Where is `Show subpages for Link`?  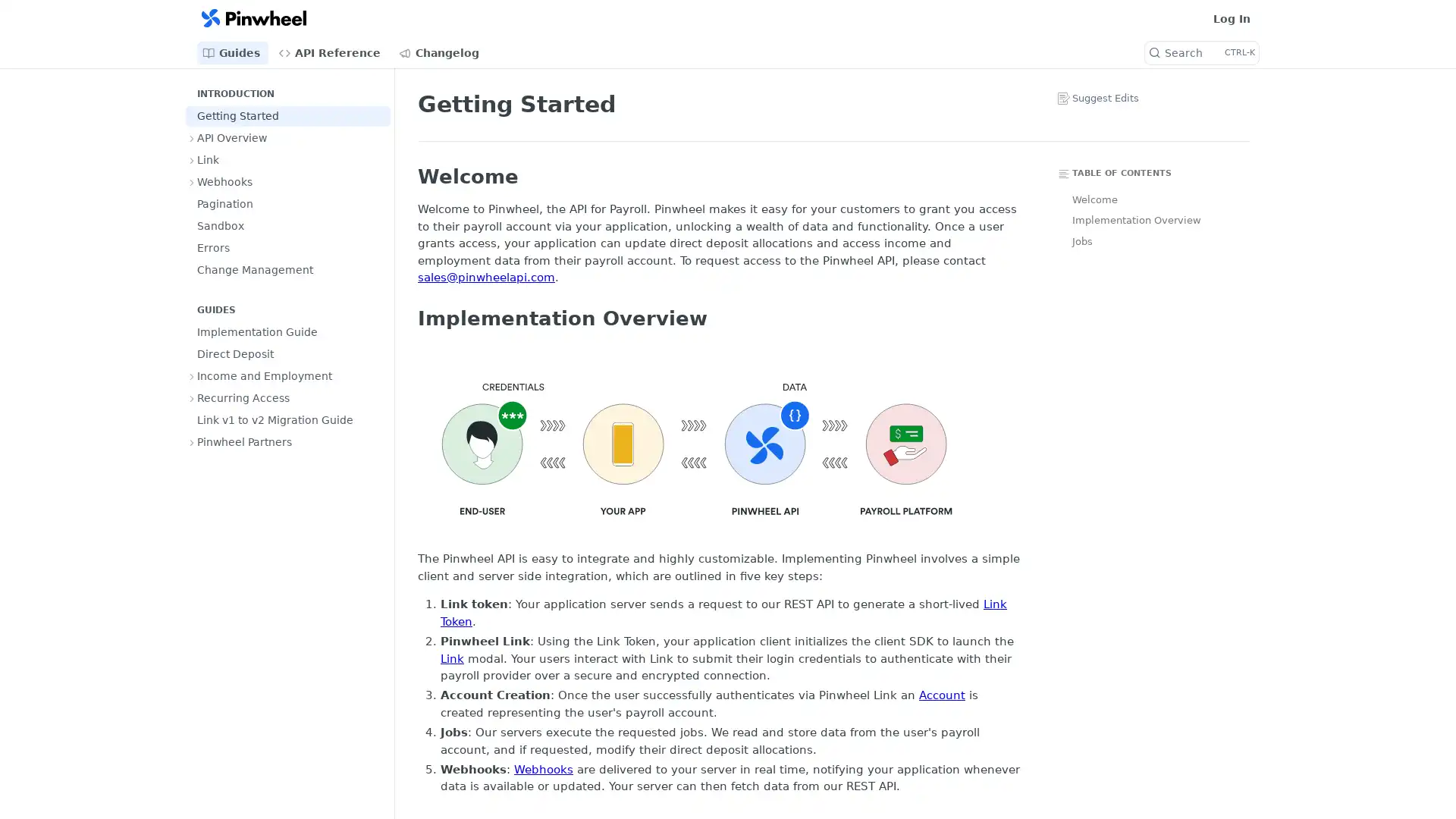 Show subpages for Link is located at coordinates (192, 160).